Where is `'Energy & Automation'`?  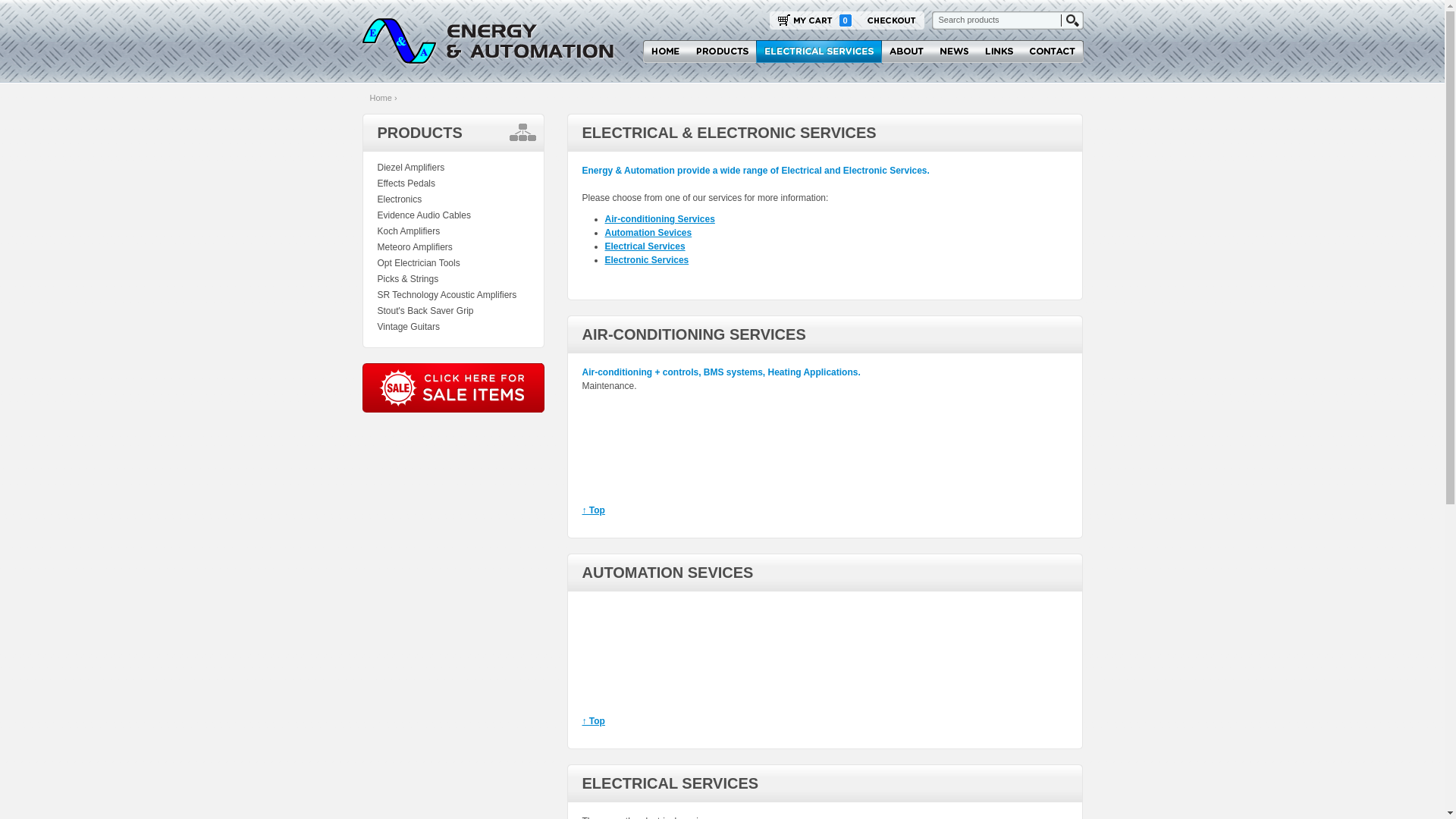 'Energy & Automation' is located at coordinates (488, 40).